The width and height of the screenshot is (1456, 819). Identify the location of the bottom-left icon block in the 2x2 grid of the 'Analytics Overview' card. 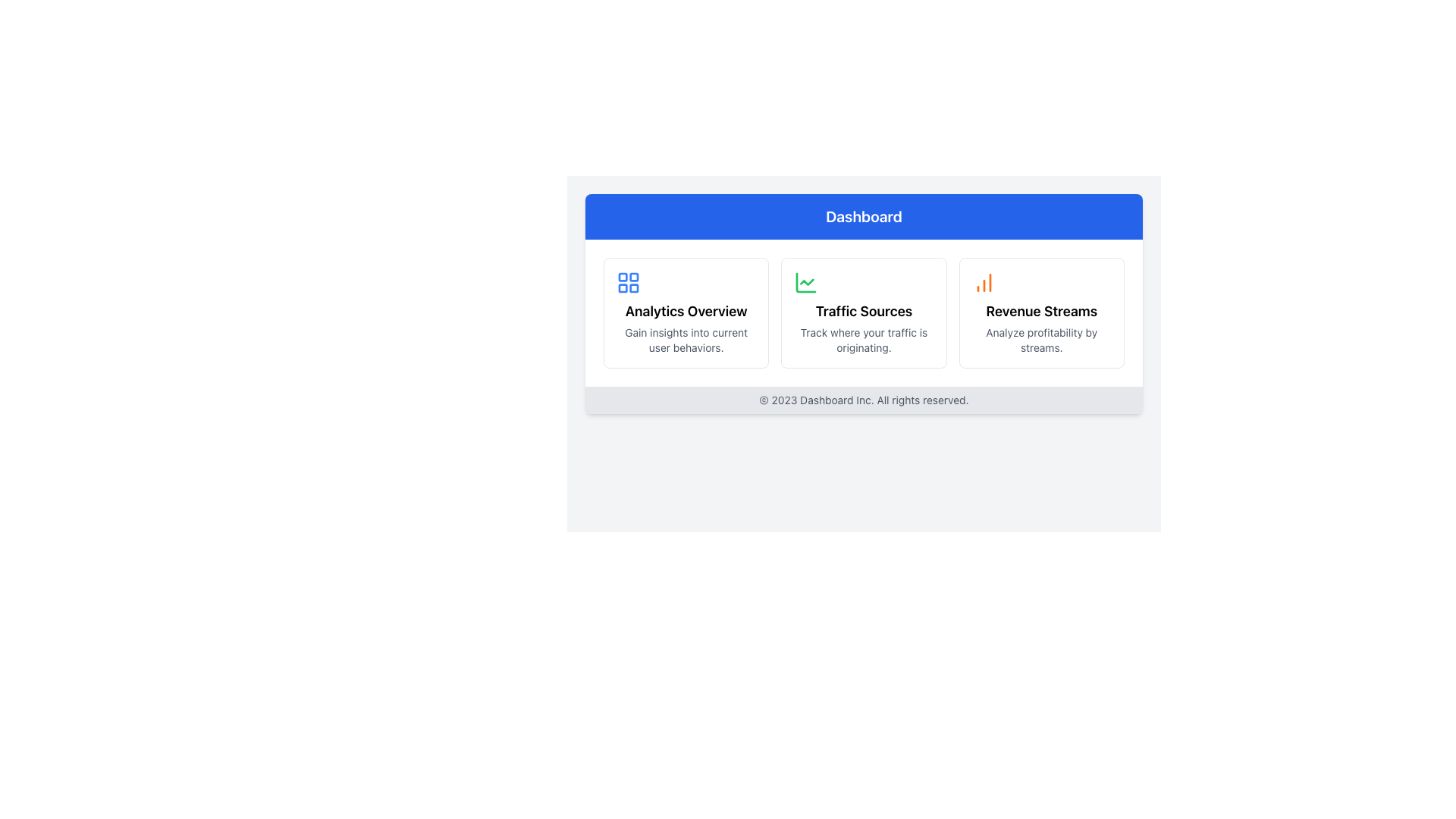
(623, 288).